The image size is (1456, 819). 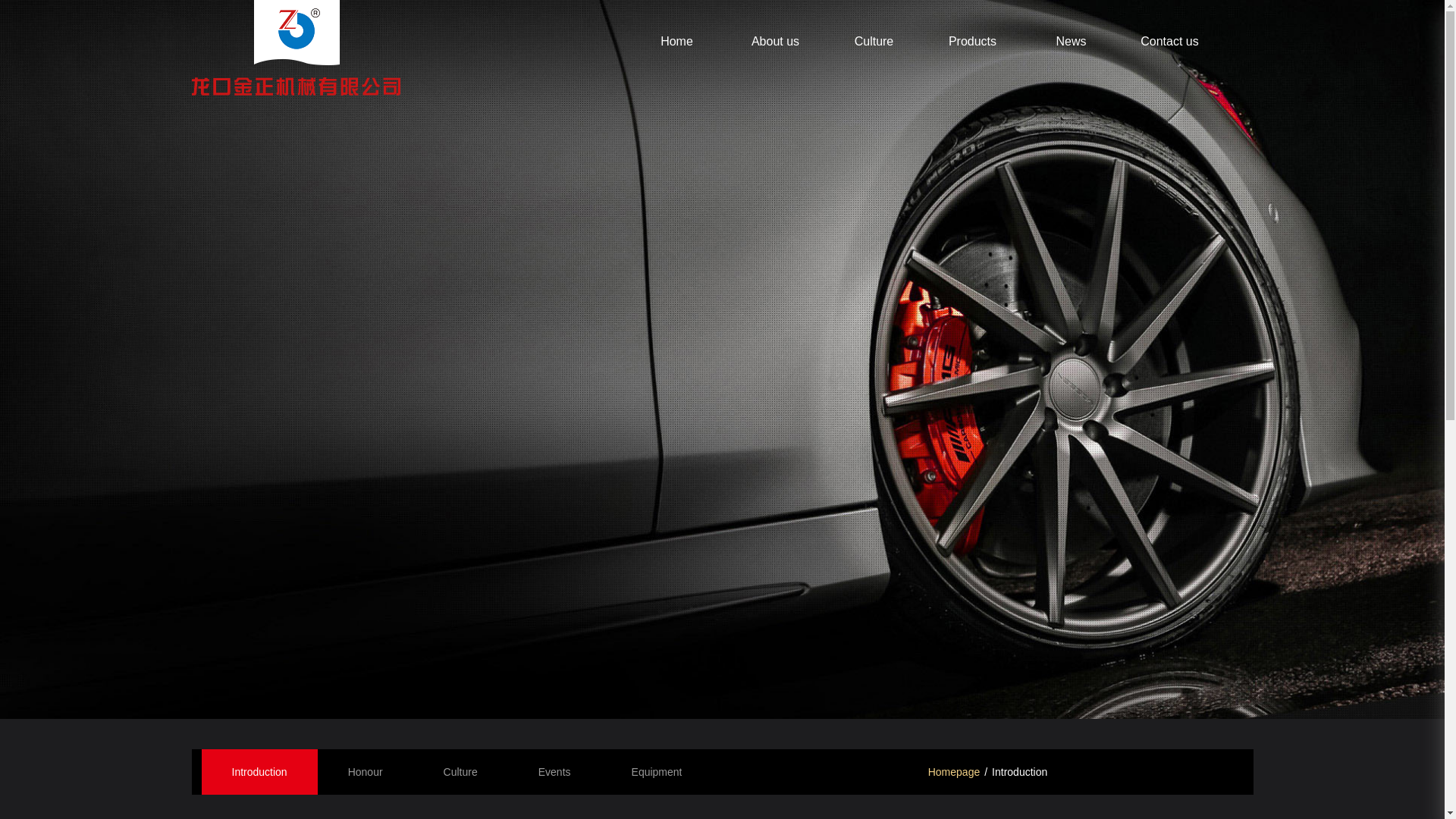 I want to click on 'Homepage', so click(x=953, y=772).